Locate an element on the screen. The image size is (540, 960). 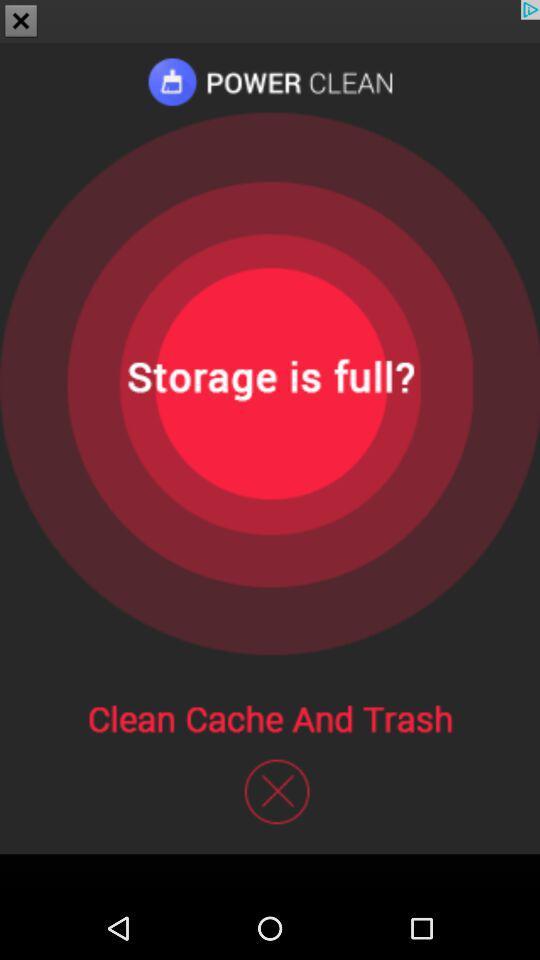
the close icon is located at coordinates (20, 20).